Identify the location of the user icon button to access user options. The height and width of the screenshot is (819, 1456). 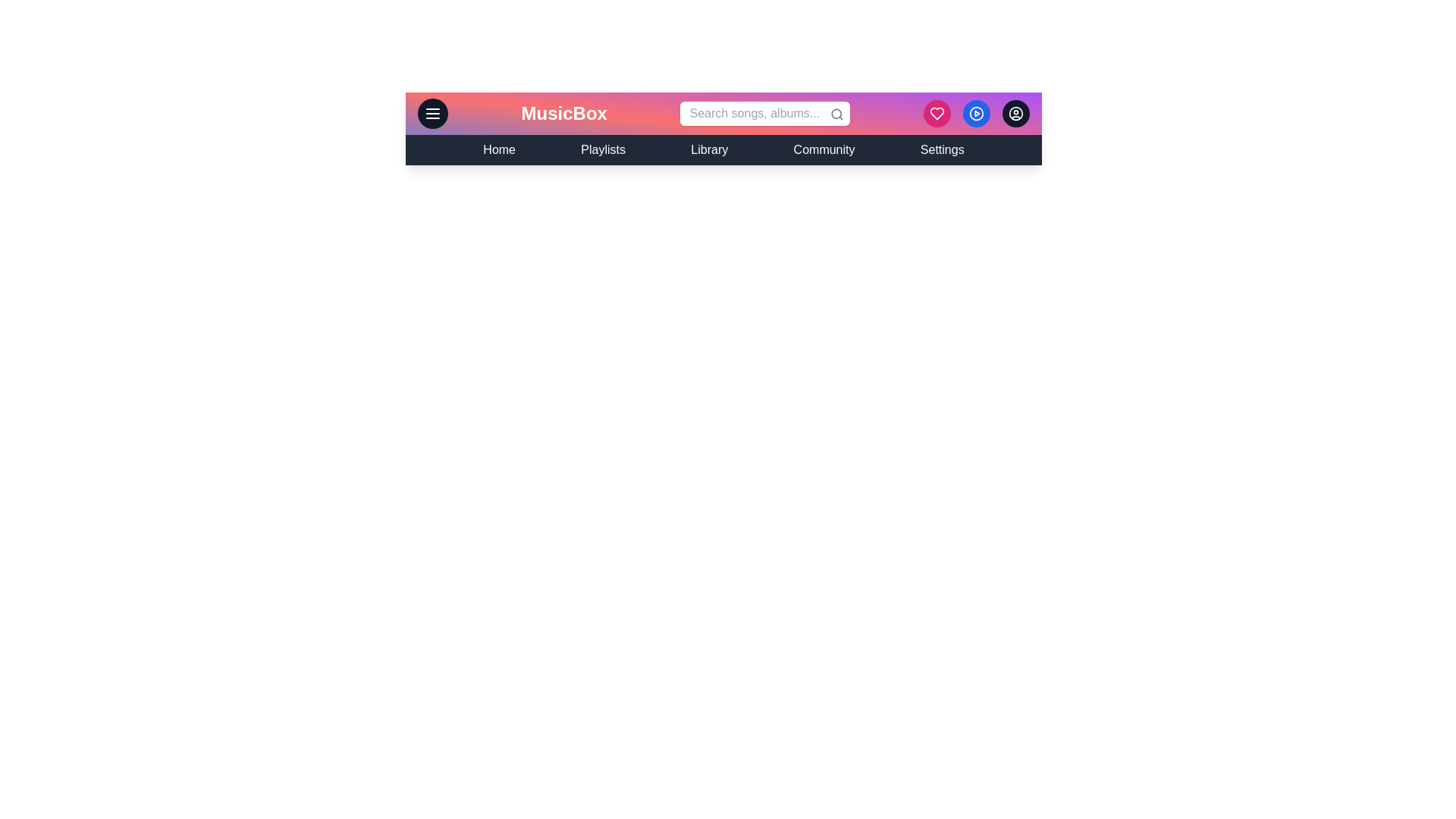
(1015, 113).